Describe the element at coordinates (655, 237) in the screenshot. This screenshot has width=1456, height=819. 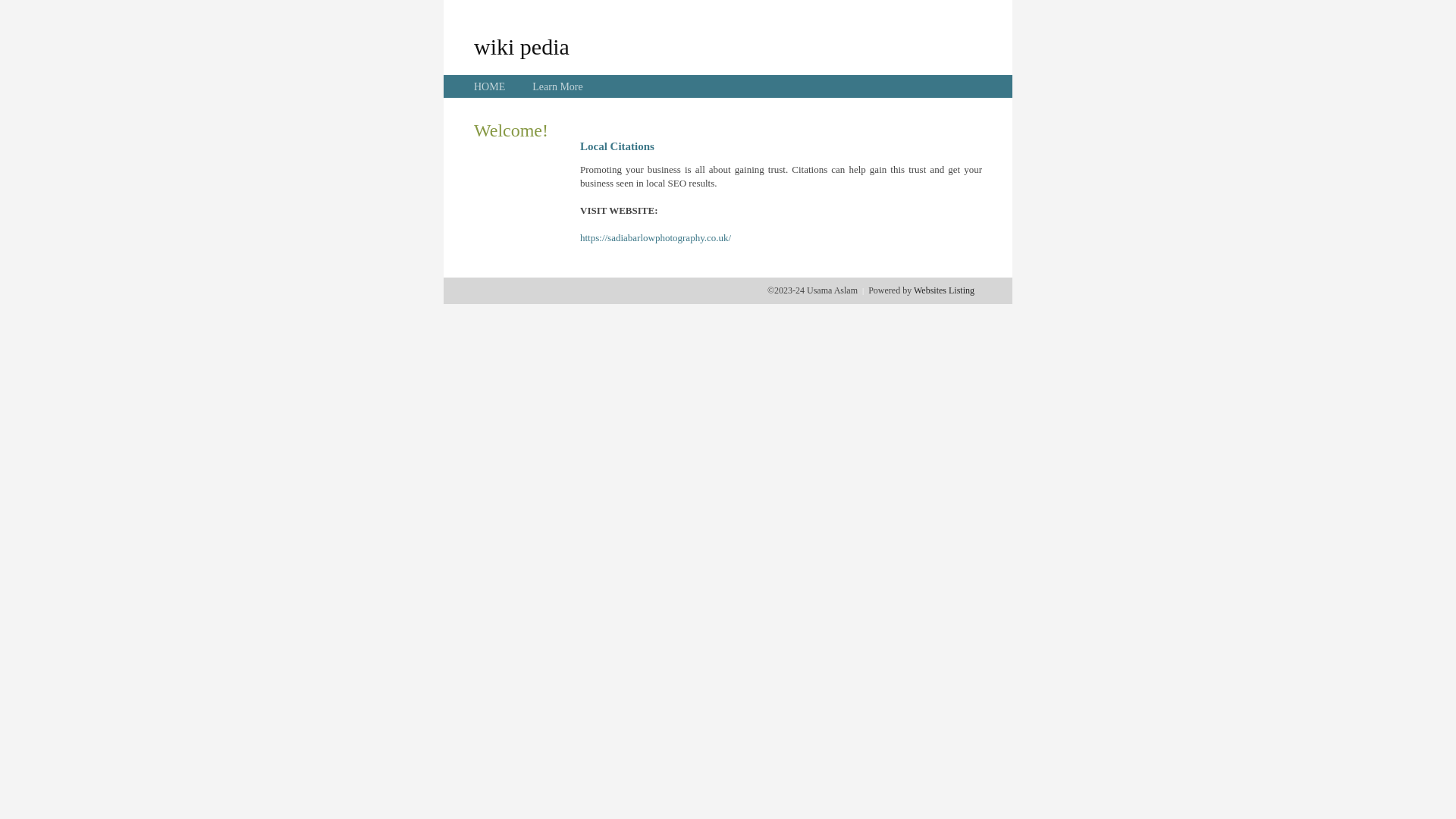
I see `'https://sadiabarlowphotography.co.uk/'` at that location.